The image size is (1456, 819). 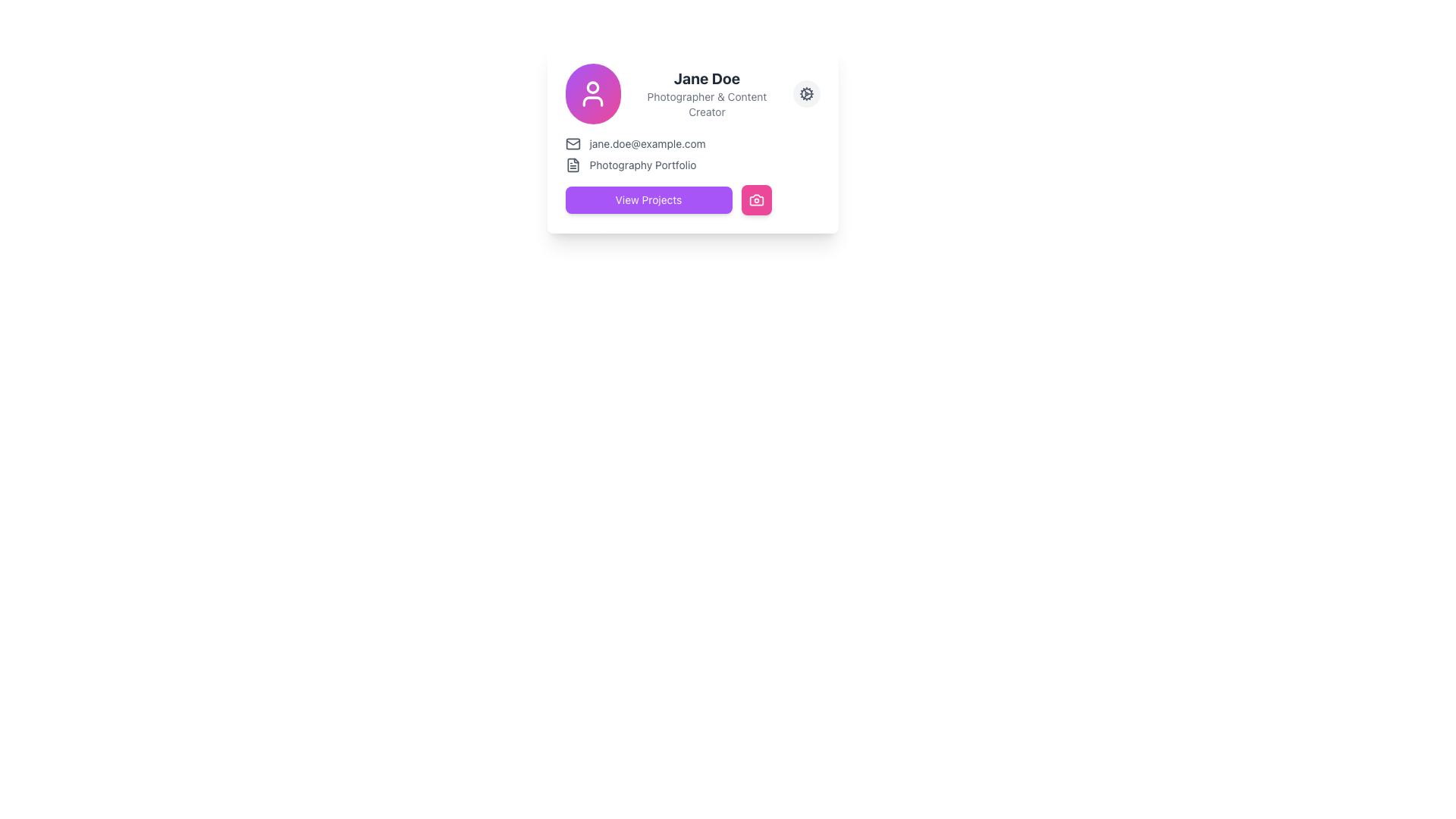 I want to click on the 'Photography Portfolio' label with an icon, which is located below 'jane.doe@example.com' and above the 'View Projects' button, so click(x=692, y=165).